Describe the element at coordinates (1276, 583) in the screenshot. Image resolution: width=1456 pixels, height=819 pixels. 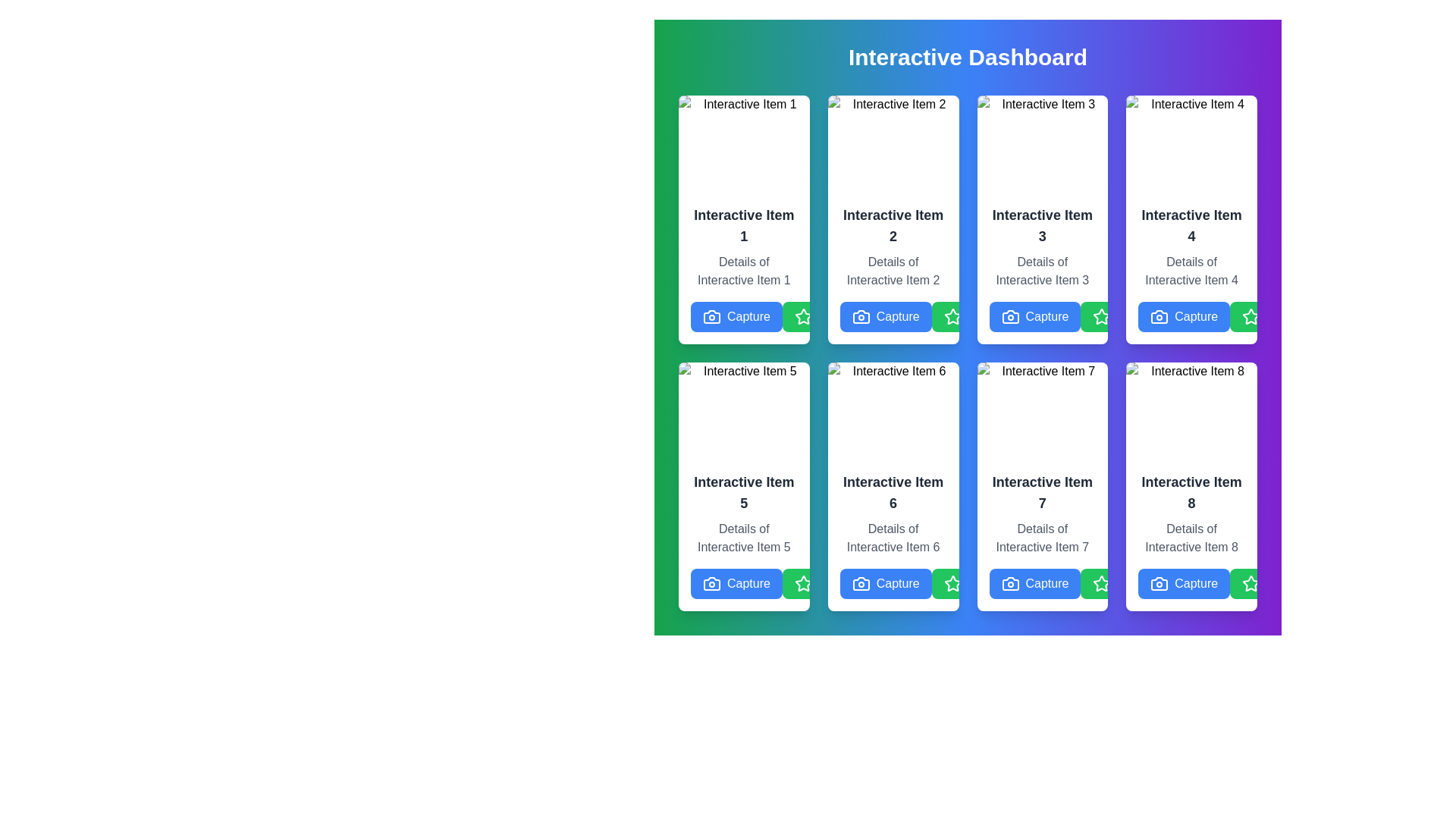
I see `the 'Favorite' button with a green background and white text` at that location.